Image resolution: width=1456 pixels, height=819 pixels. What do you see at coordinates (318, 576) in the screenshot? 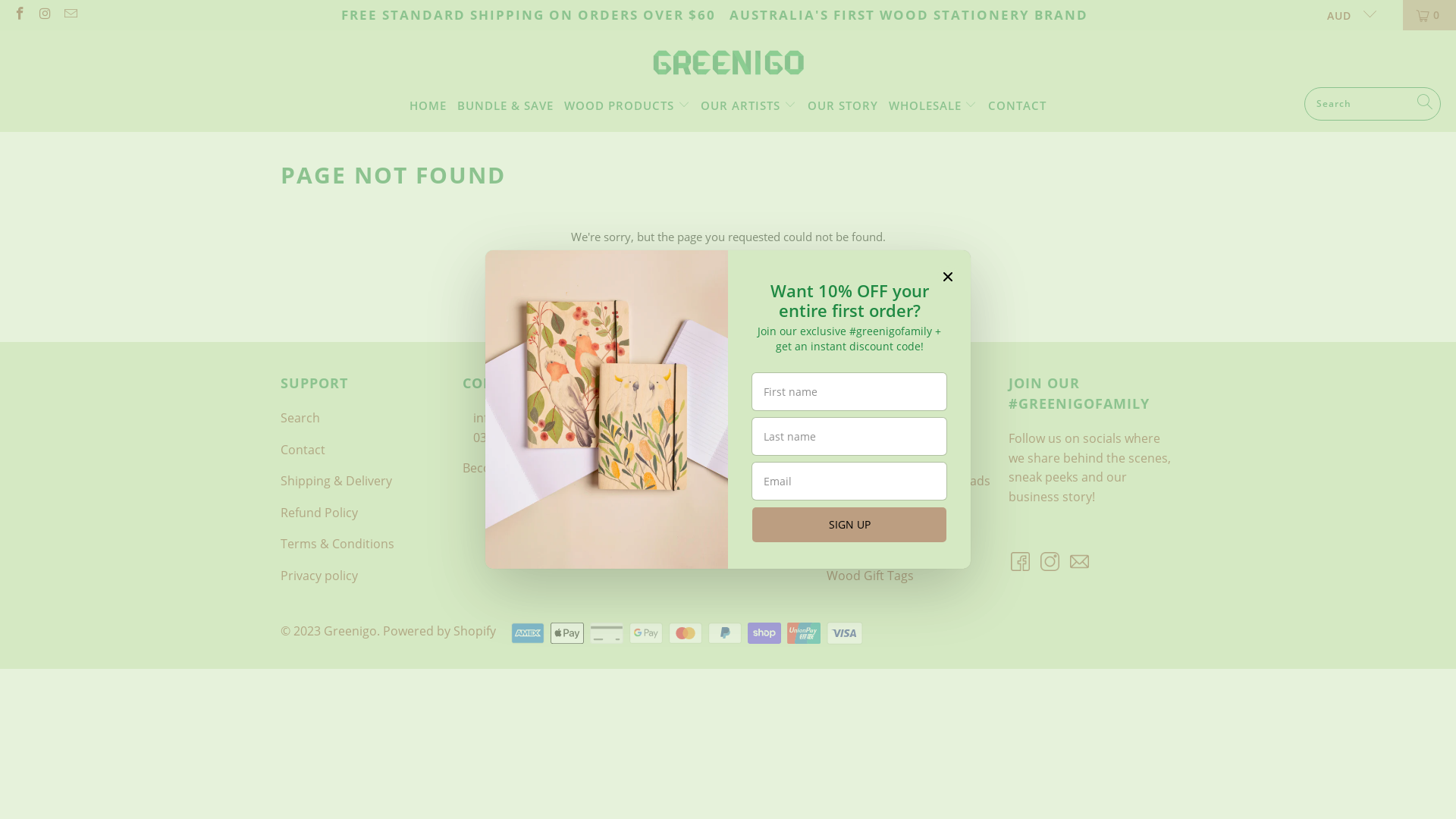
I see `'Privacy policy'` at bounding box center [318, 576].